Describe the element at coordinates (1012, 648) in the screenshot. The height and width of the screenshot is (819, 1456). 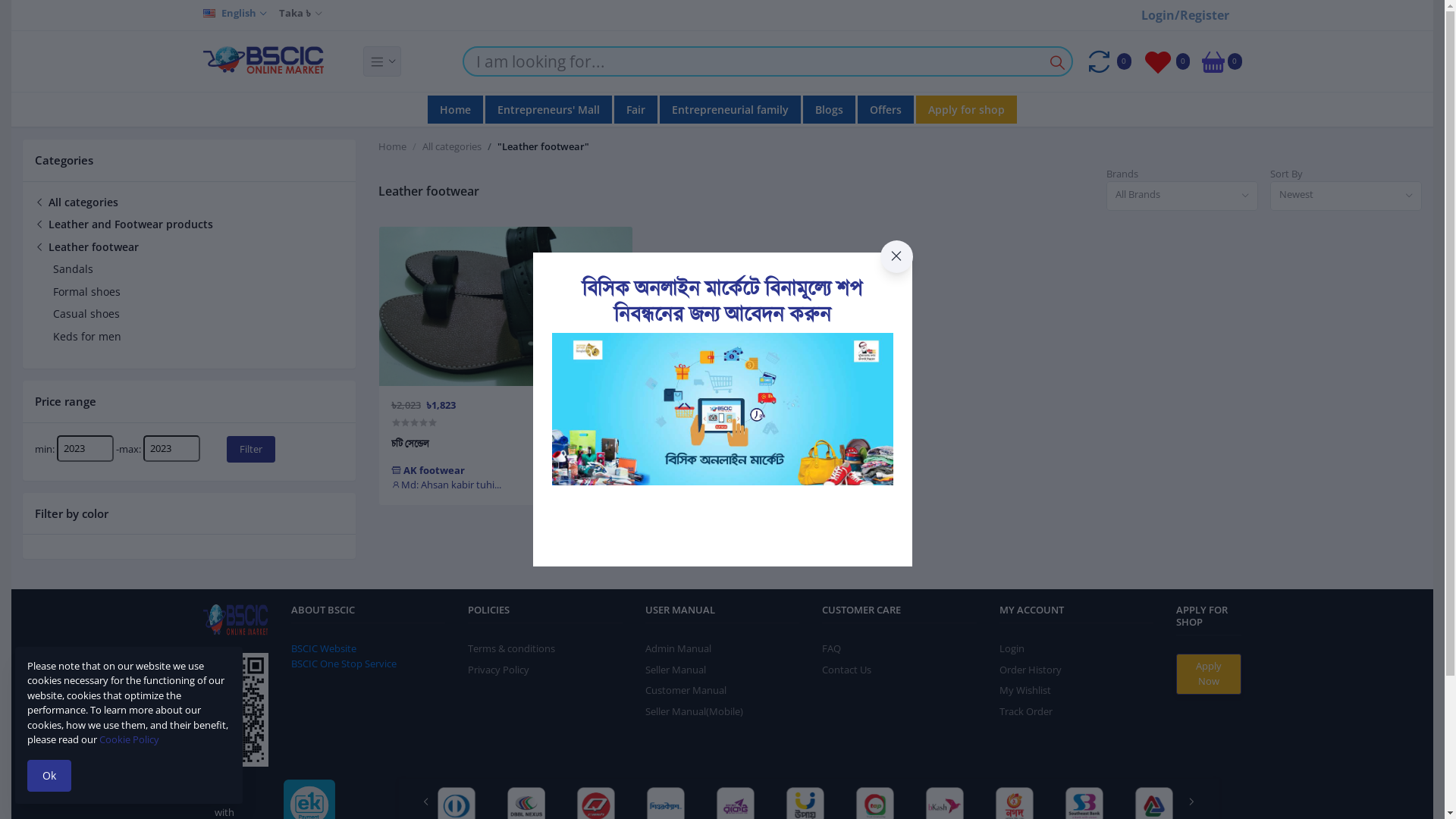
I see `'Login'` at that location.